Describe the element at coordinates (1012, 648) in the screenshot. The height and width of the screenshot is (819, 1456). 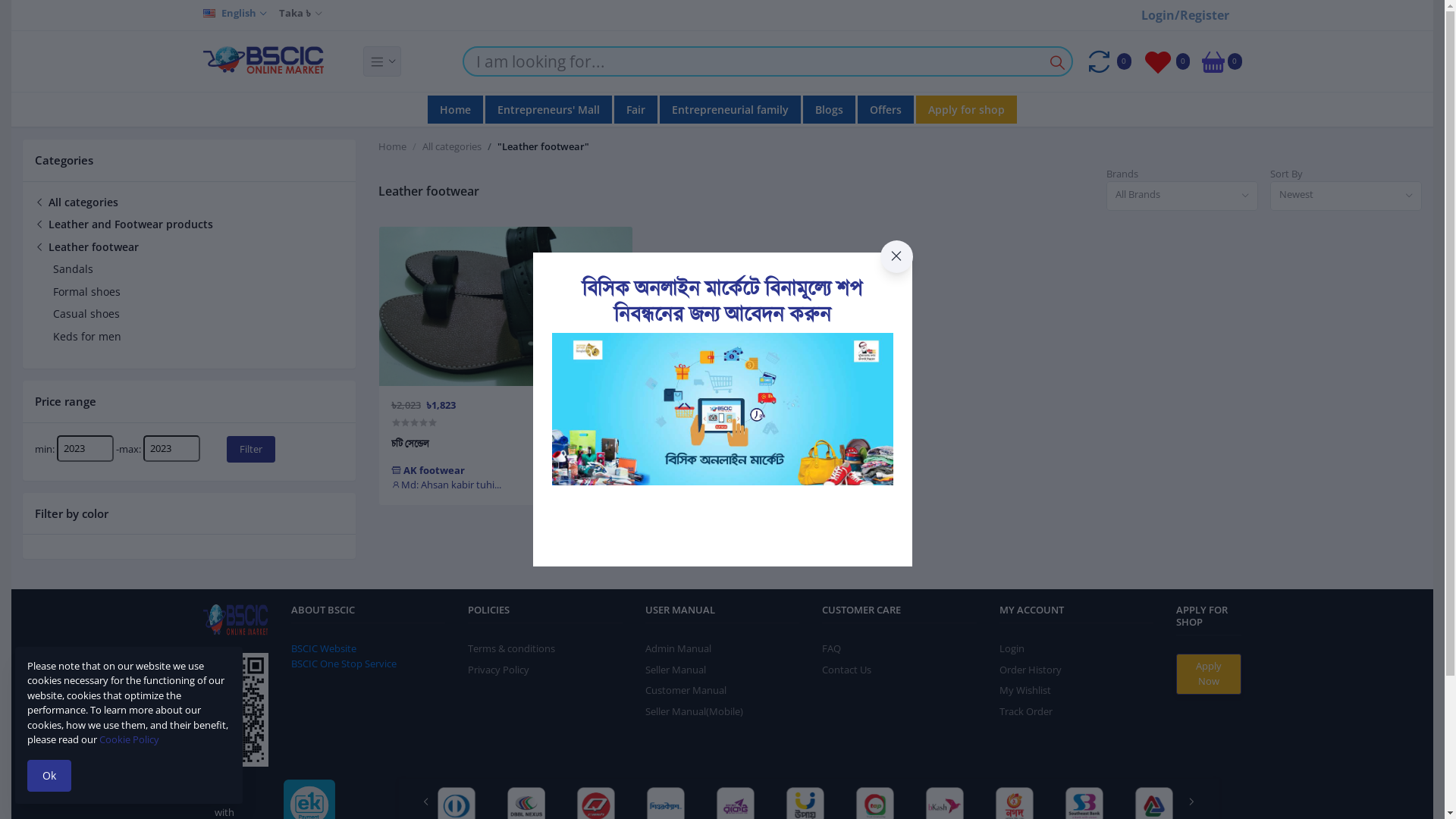
I see `'Login'` at that location.